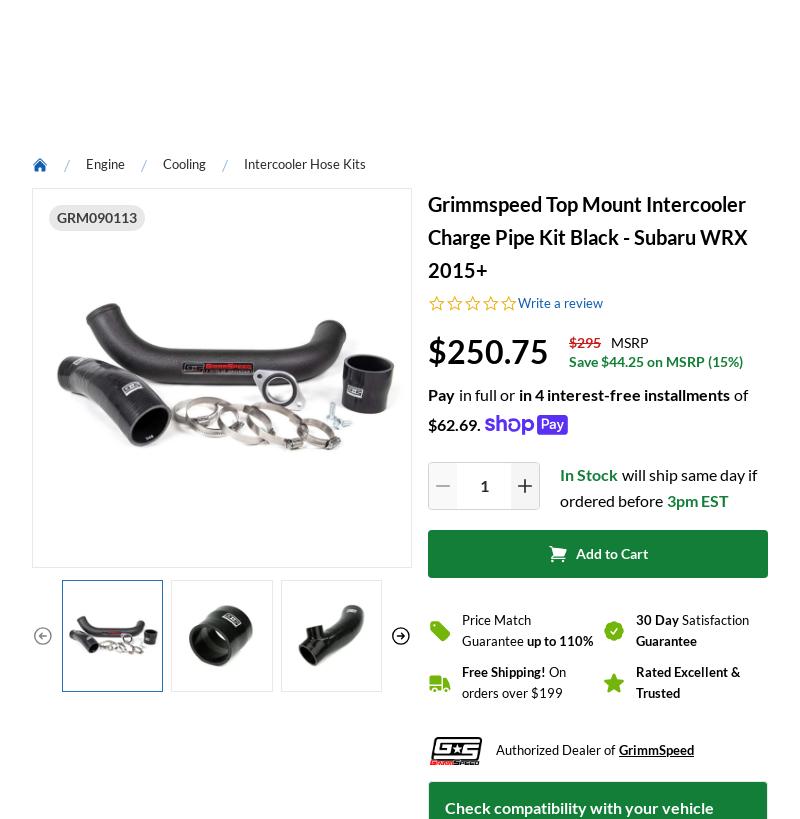 The height and width of the screenshot is (819, 800). Describe the element at coordinates (541, 472) in the screenshot. I see `'Write A Review'` at that location.